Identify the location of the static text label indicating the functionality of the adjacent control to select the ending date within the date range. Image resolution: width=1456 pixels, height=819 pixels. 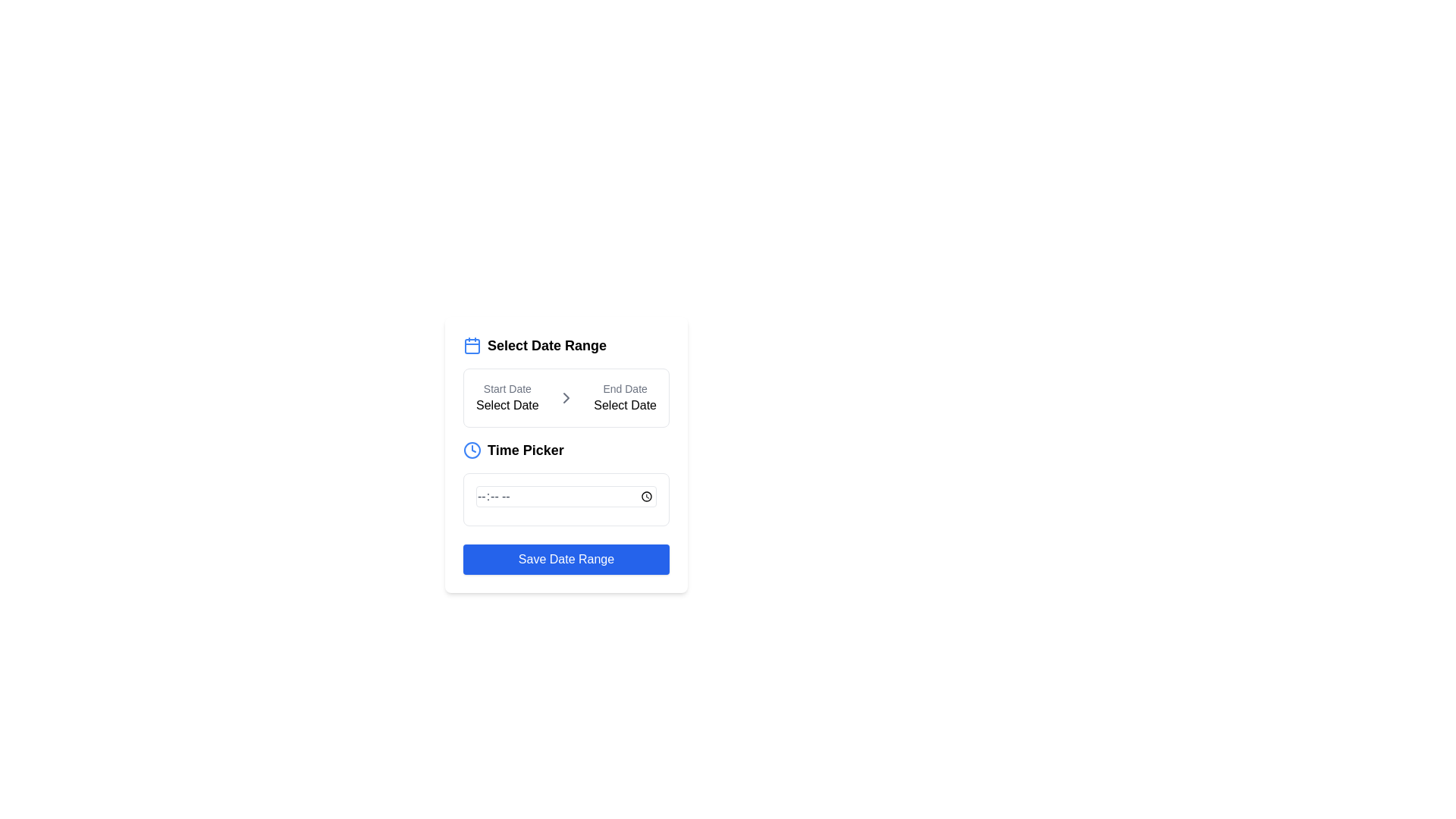
(625, 388).